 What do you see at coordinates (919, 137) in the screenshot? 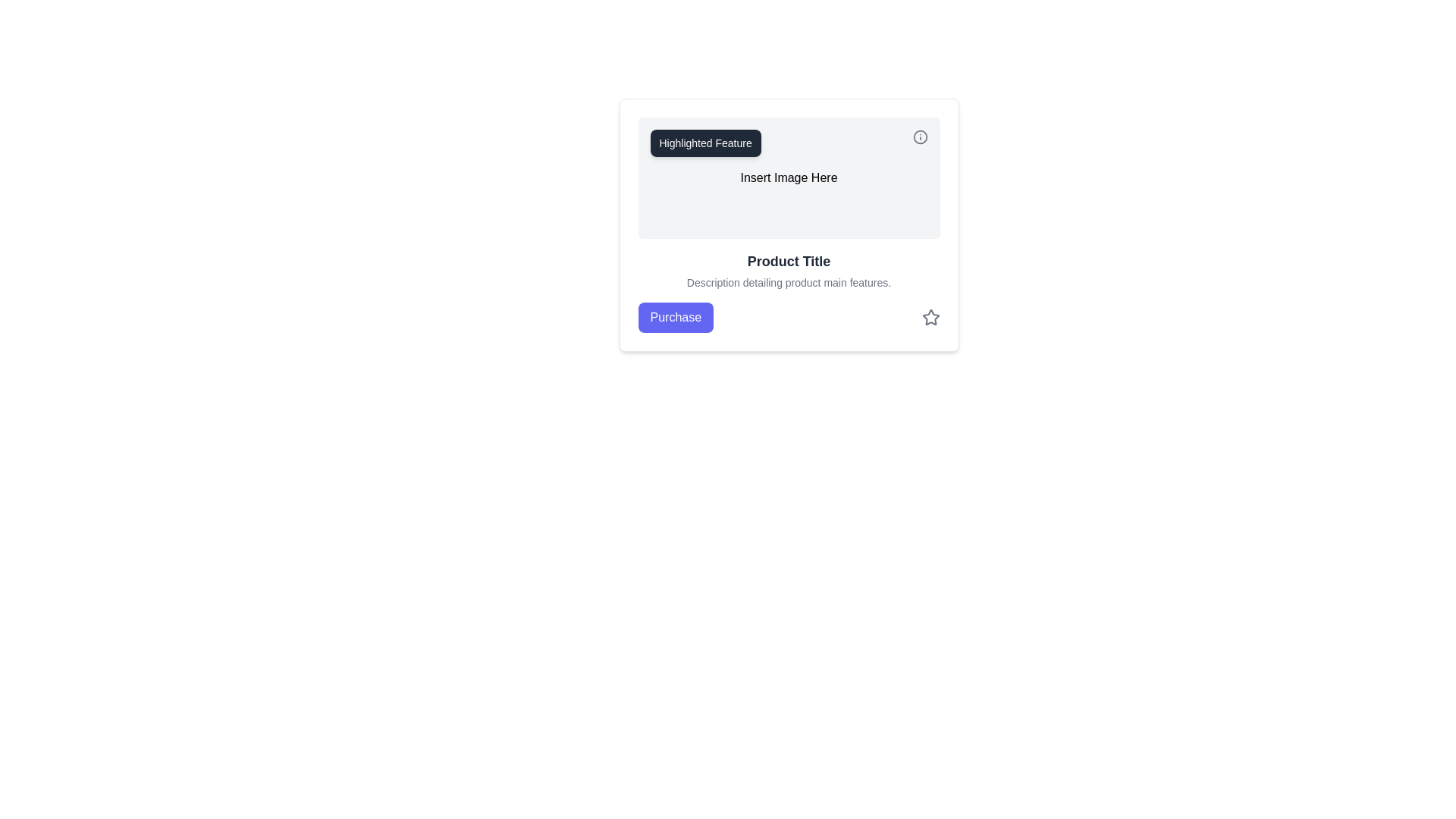
I see `the circular icon with an exclamation mark` at bounding box center [919, 137].